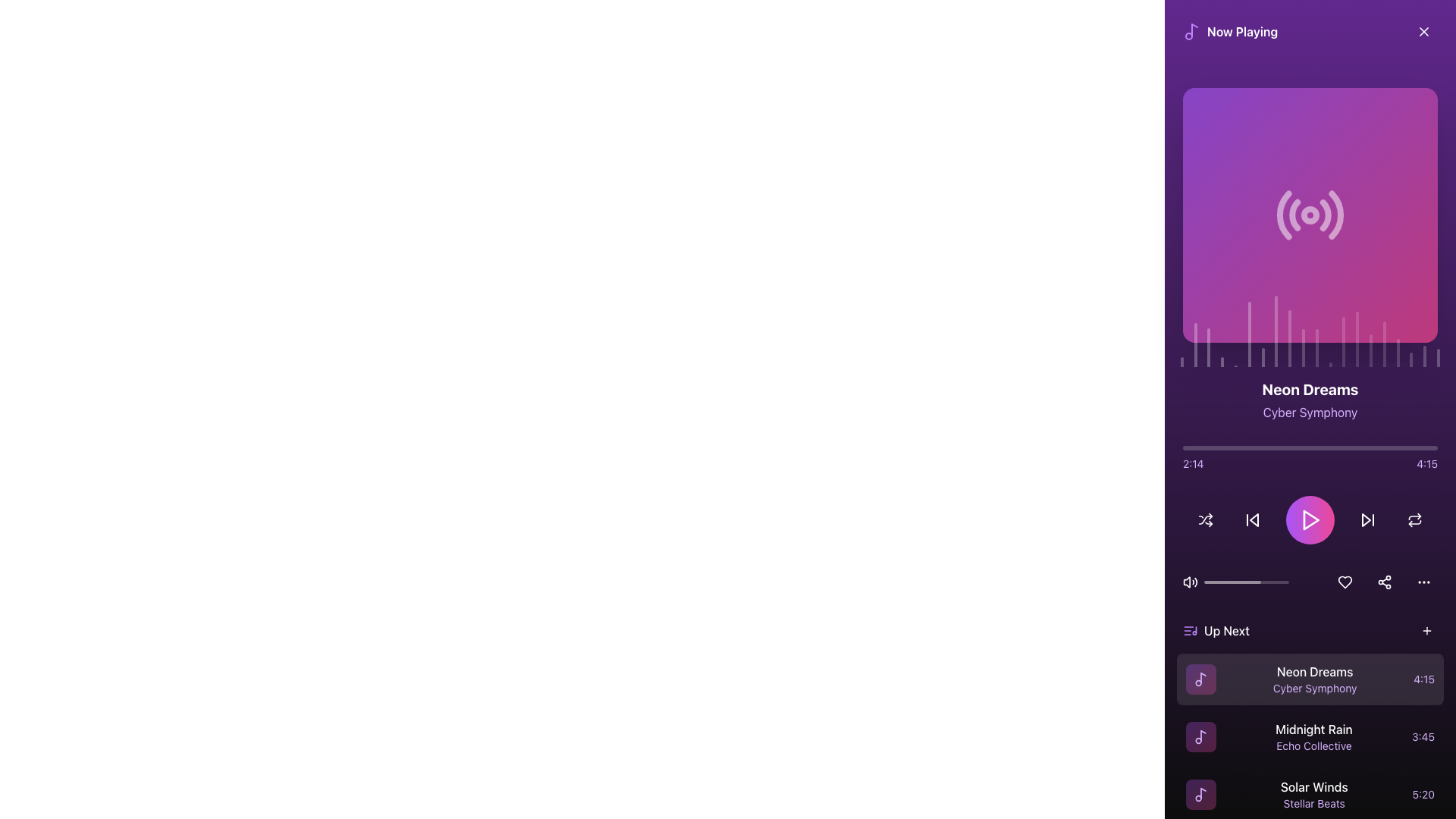 Image resolution: width=1456 pixels, height=819 pixels. What do you see at coordinates (1302, 348) in the screenshot?
I see `the 10th vertical bar in the horizontal series of visual indicators representing data in the bottom section of the interface` at bounding box center [1302, 348].